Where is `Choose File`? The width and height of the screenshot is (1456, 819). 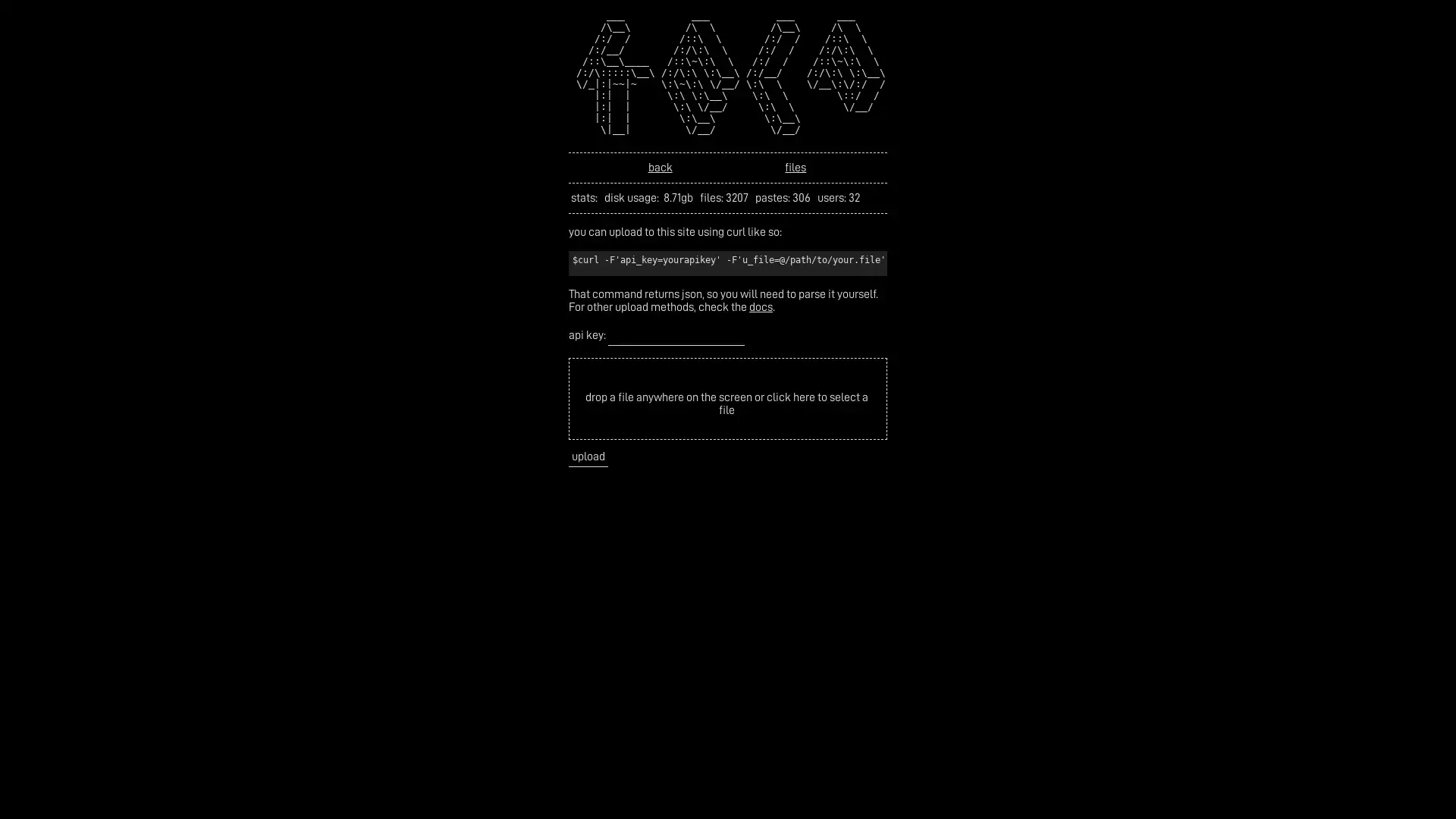
Choose File is located at coordinates (613, 372).